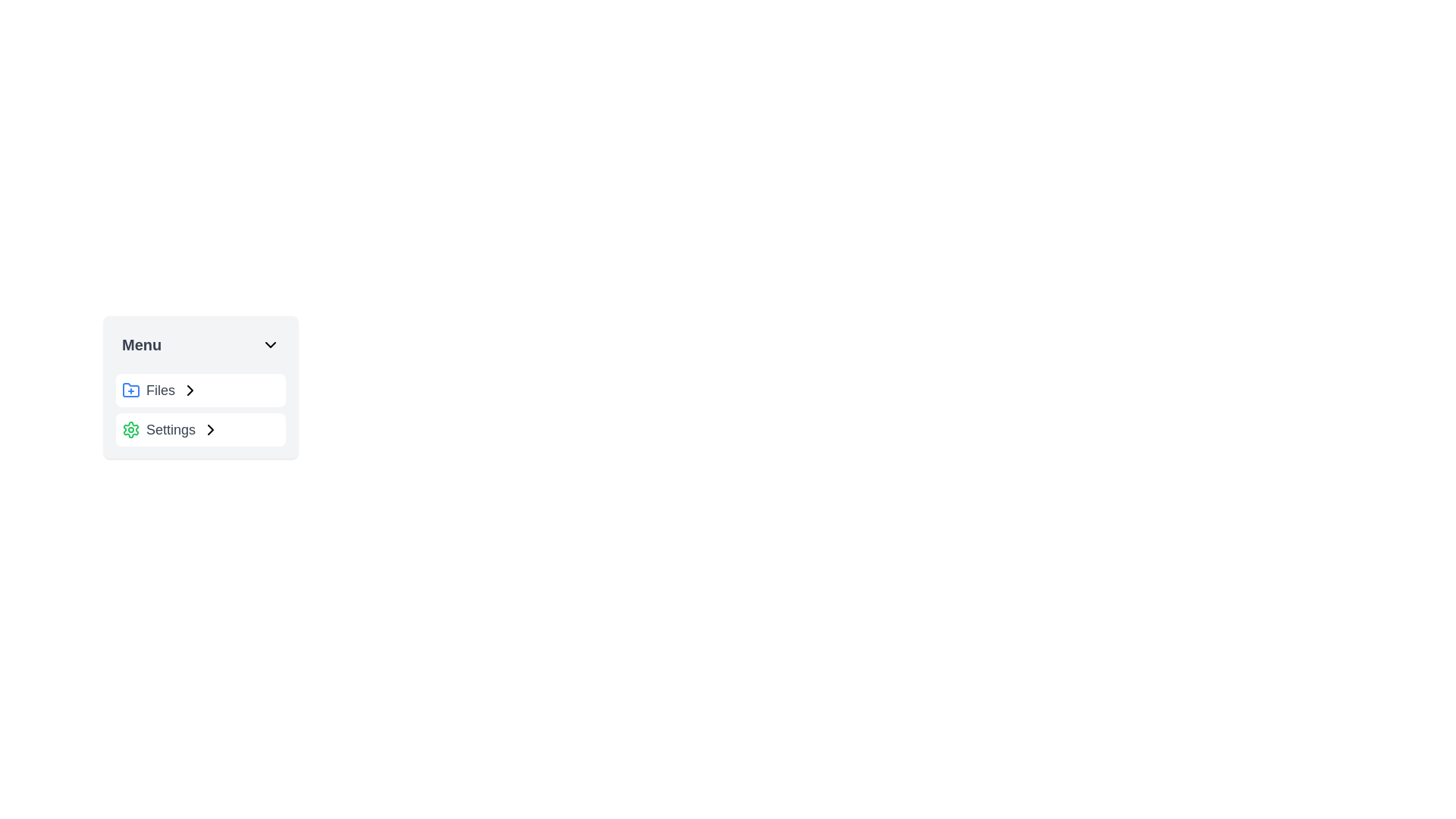  Describe the element at coordinates (142, 345) in the screenshot. I see `text from the 'Menu' label displayed in bold, large font at the top-left of the card-like structure` at that location.